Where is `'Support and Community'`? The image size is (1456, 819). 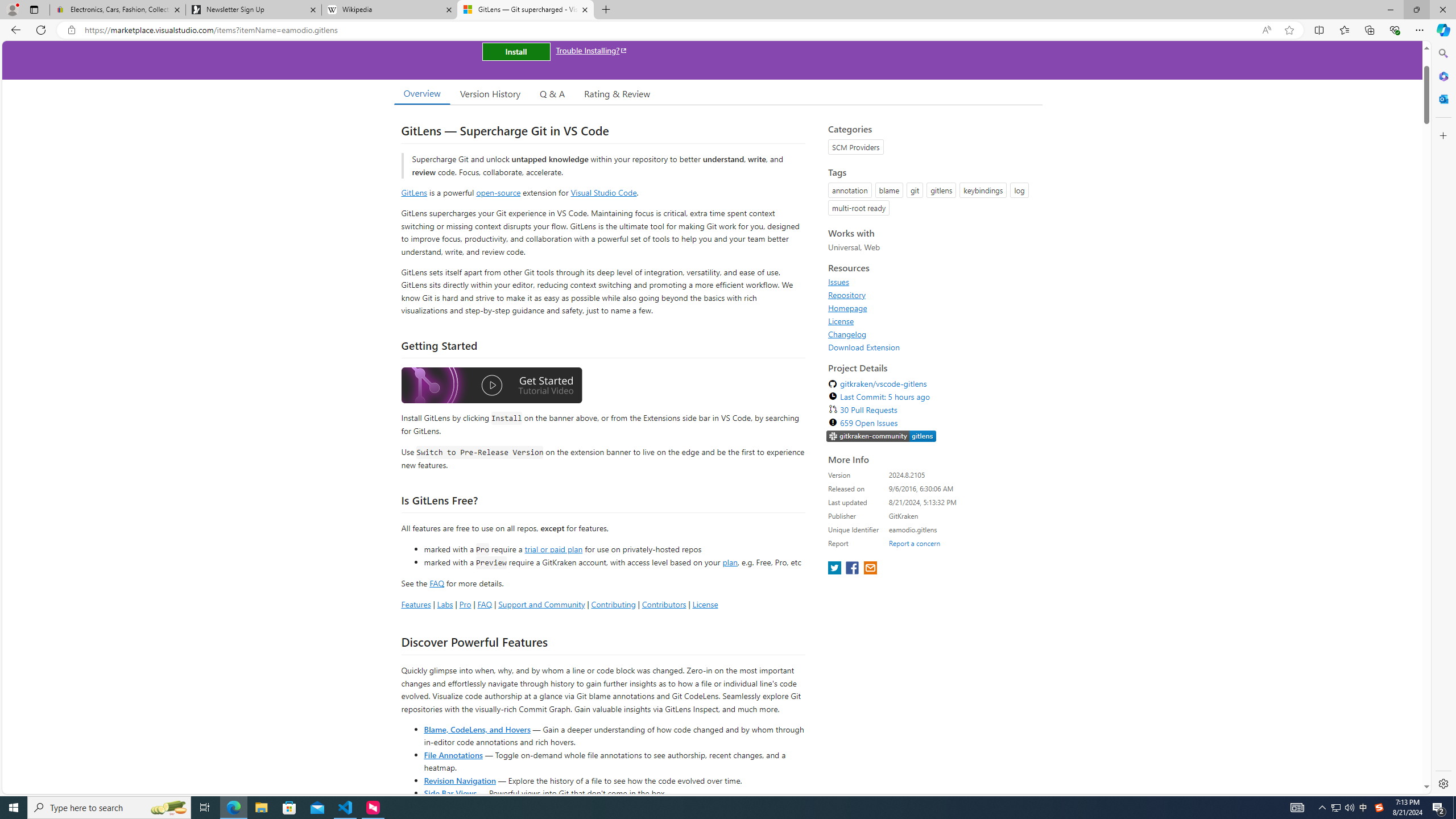
'Support and Community' is located at coordinates (541, 603).